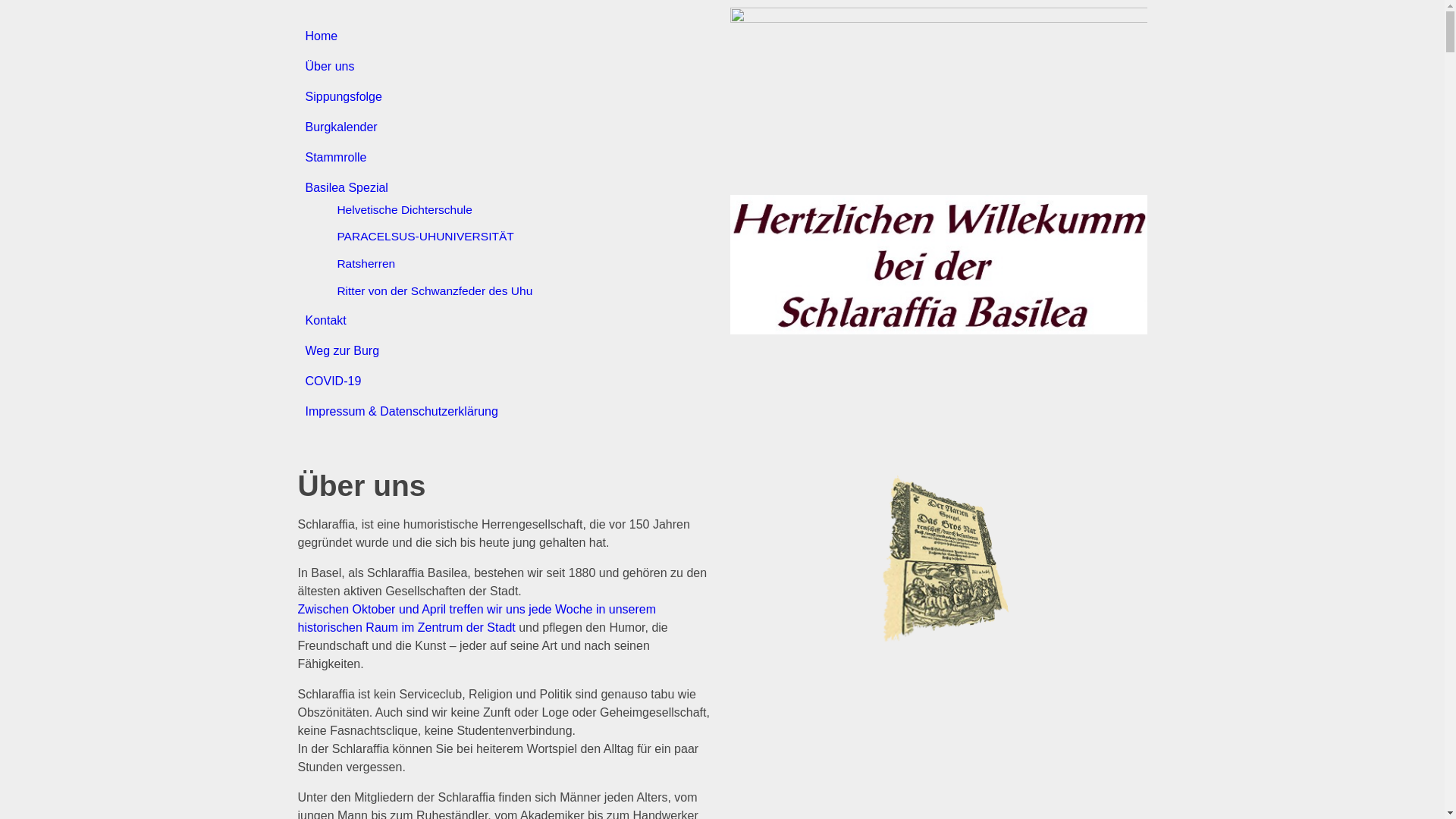 This screenshot has height=819, width=1456. I want to click on 'Weg zur Burg', so click(304, 350).